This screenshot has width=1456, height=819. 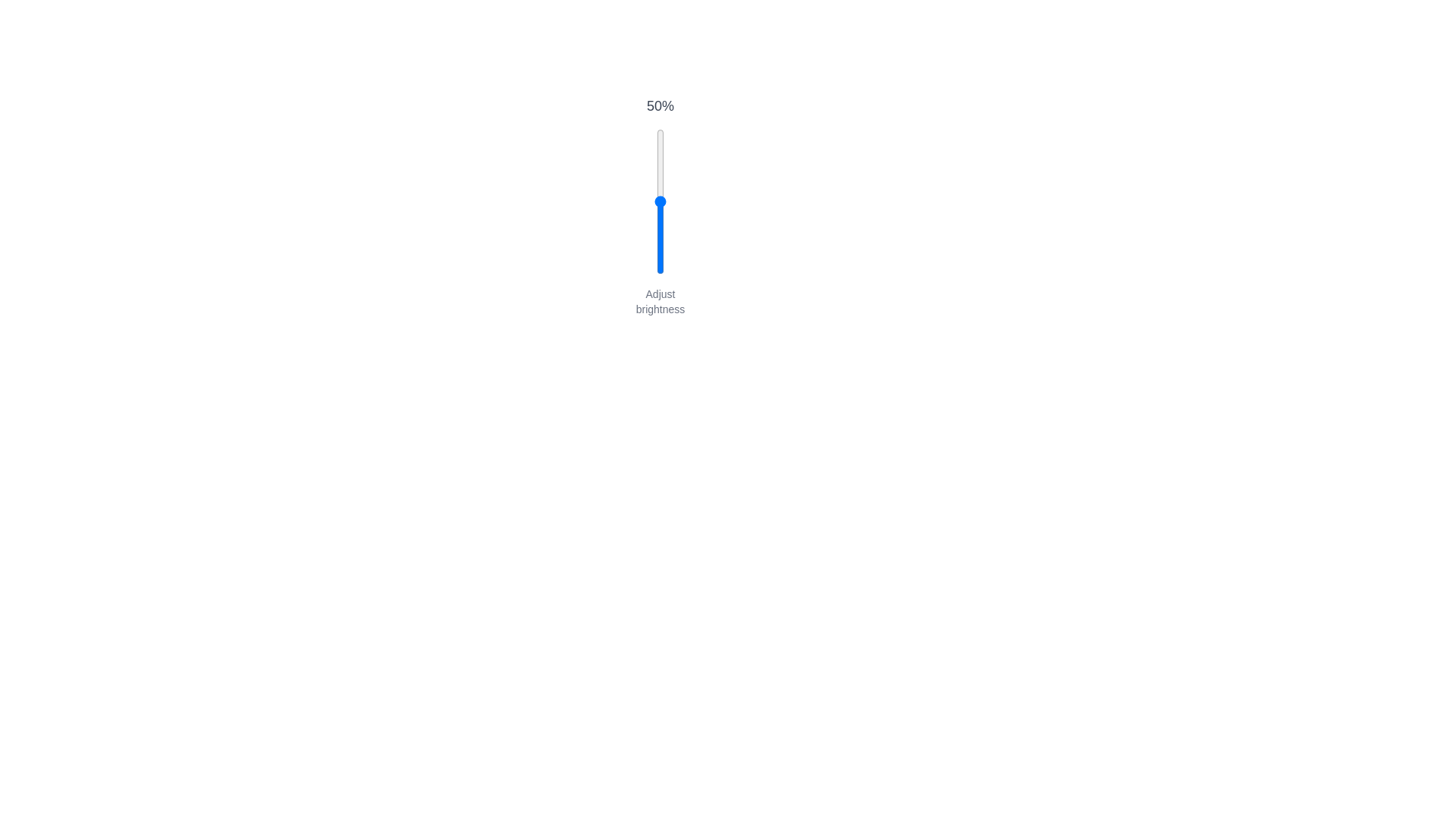 What do you see at coordinates (660, 246) in the screenshot?
I see `brightness` at bounding box center [660, 246].